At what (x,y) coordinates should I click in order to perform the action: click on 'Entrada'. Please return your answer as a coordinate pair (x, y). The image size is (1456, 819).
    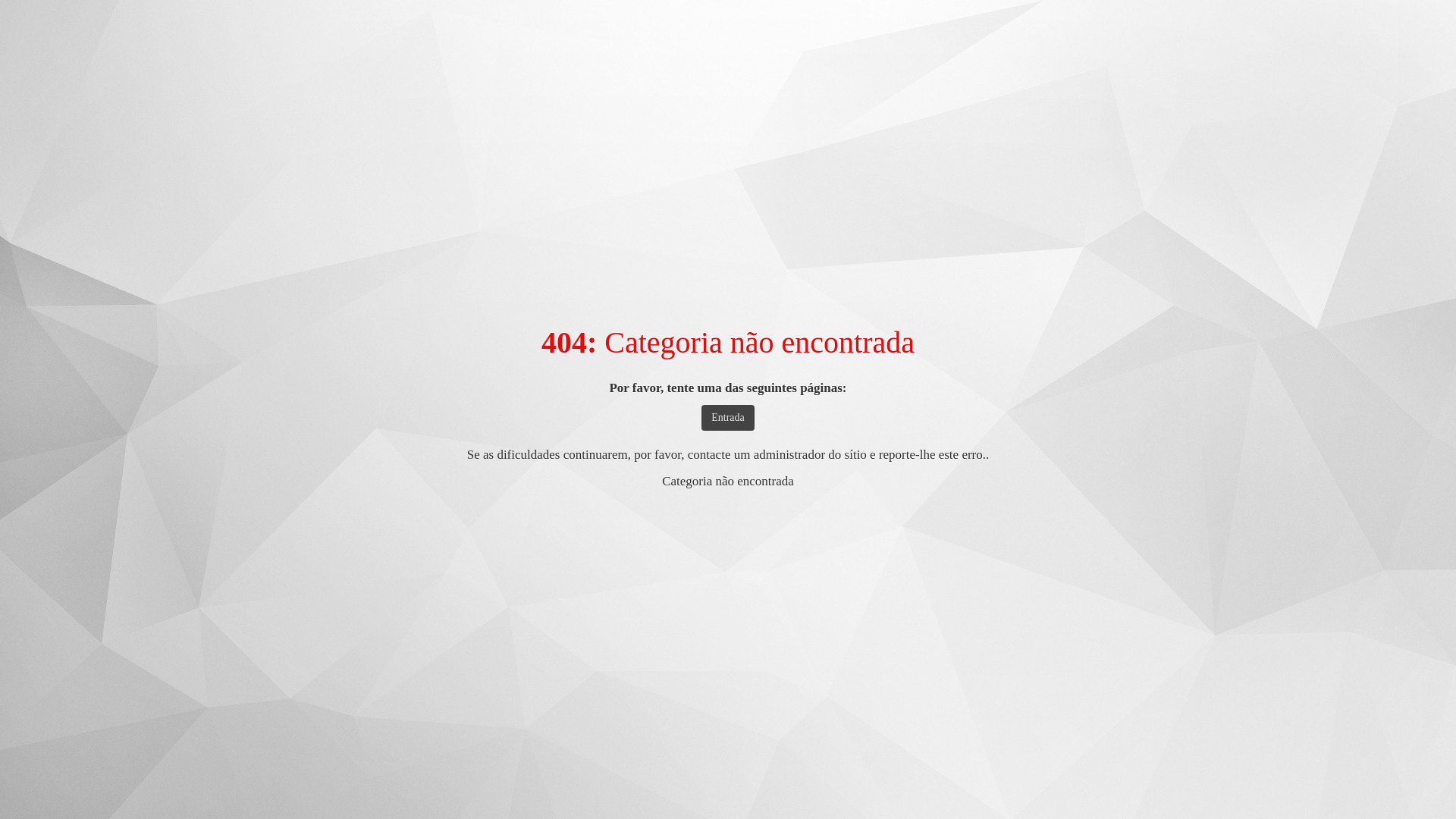
    Looking at the image, I should click on (701, 418).